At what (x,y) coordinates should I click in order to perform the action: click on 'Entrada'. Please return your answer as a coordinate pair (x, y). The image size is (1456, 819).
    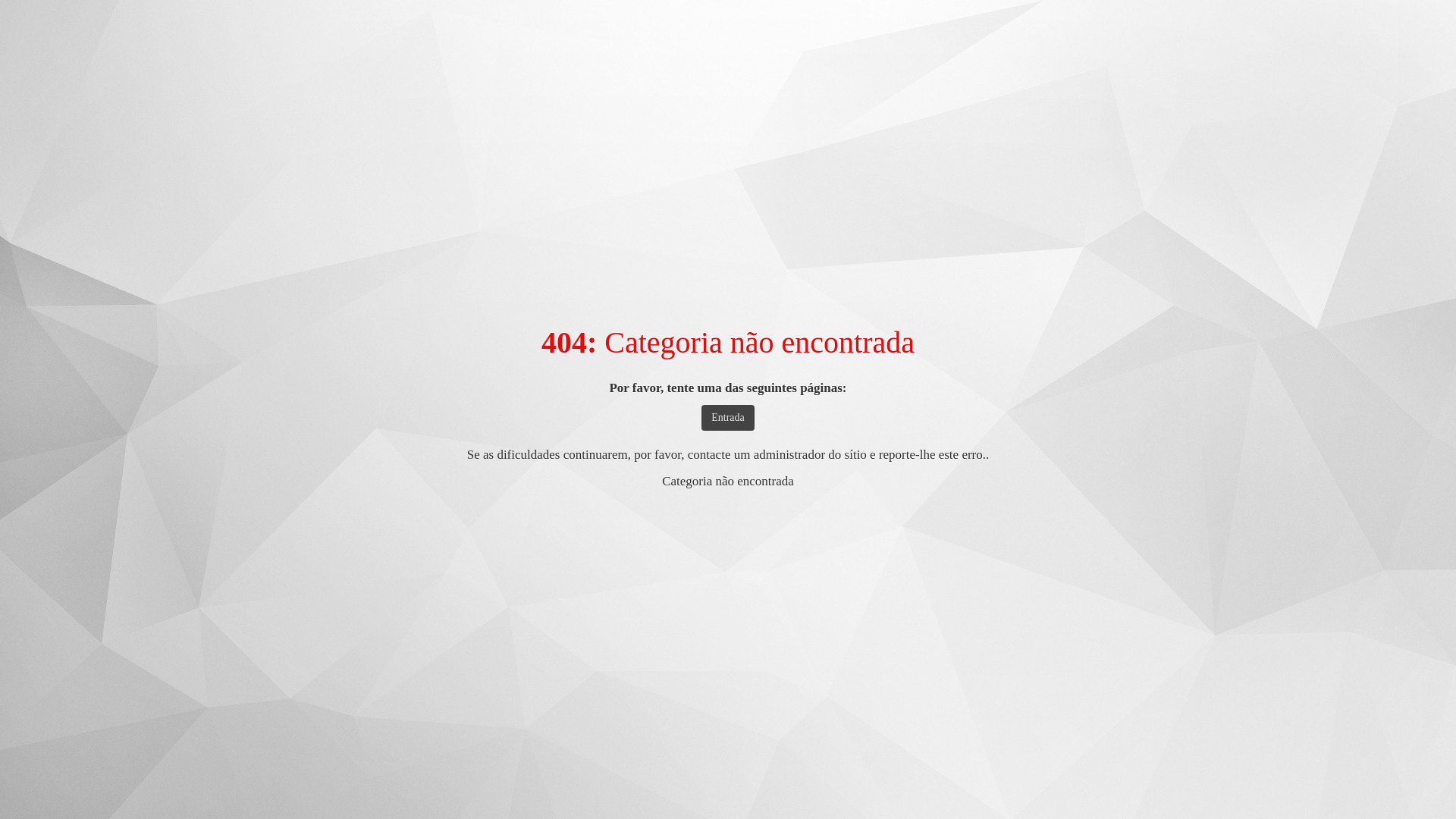
    Looking at the image, I should click on (701, 418).